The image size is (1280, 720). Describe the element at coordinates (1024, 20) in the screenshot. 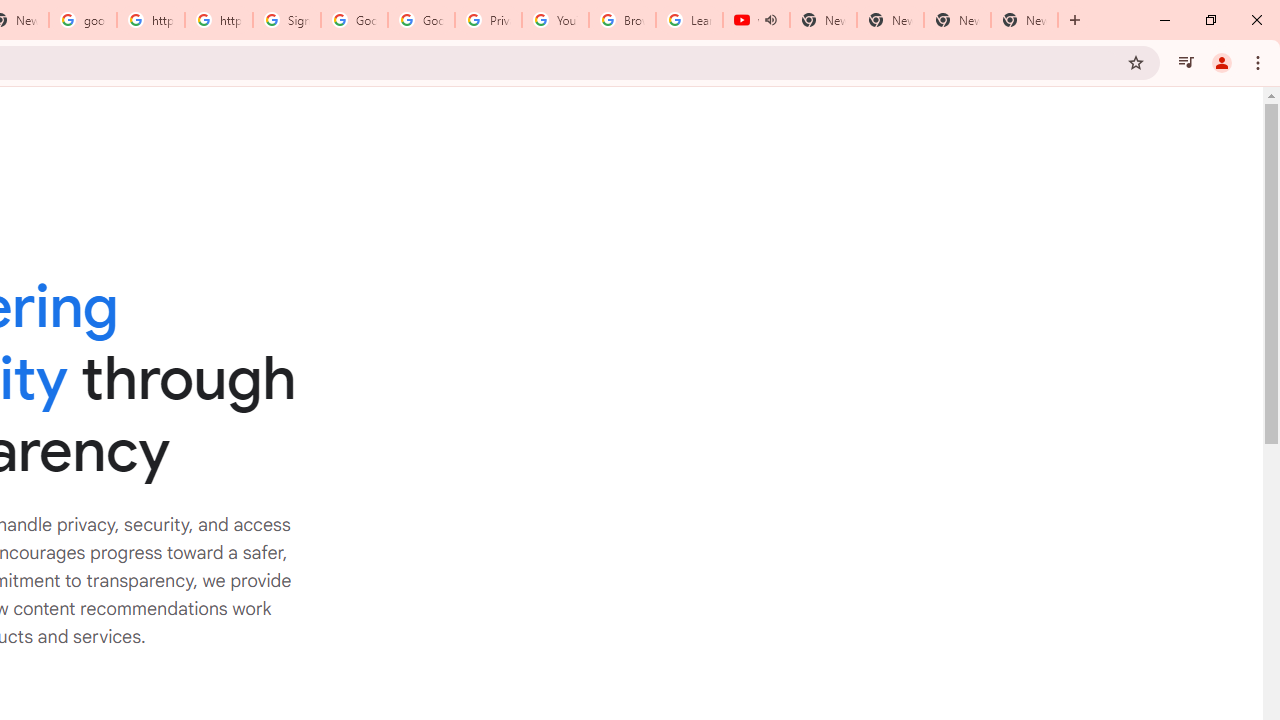

I see `'New Tab'` at that location.